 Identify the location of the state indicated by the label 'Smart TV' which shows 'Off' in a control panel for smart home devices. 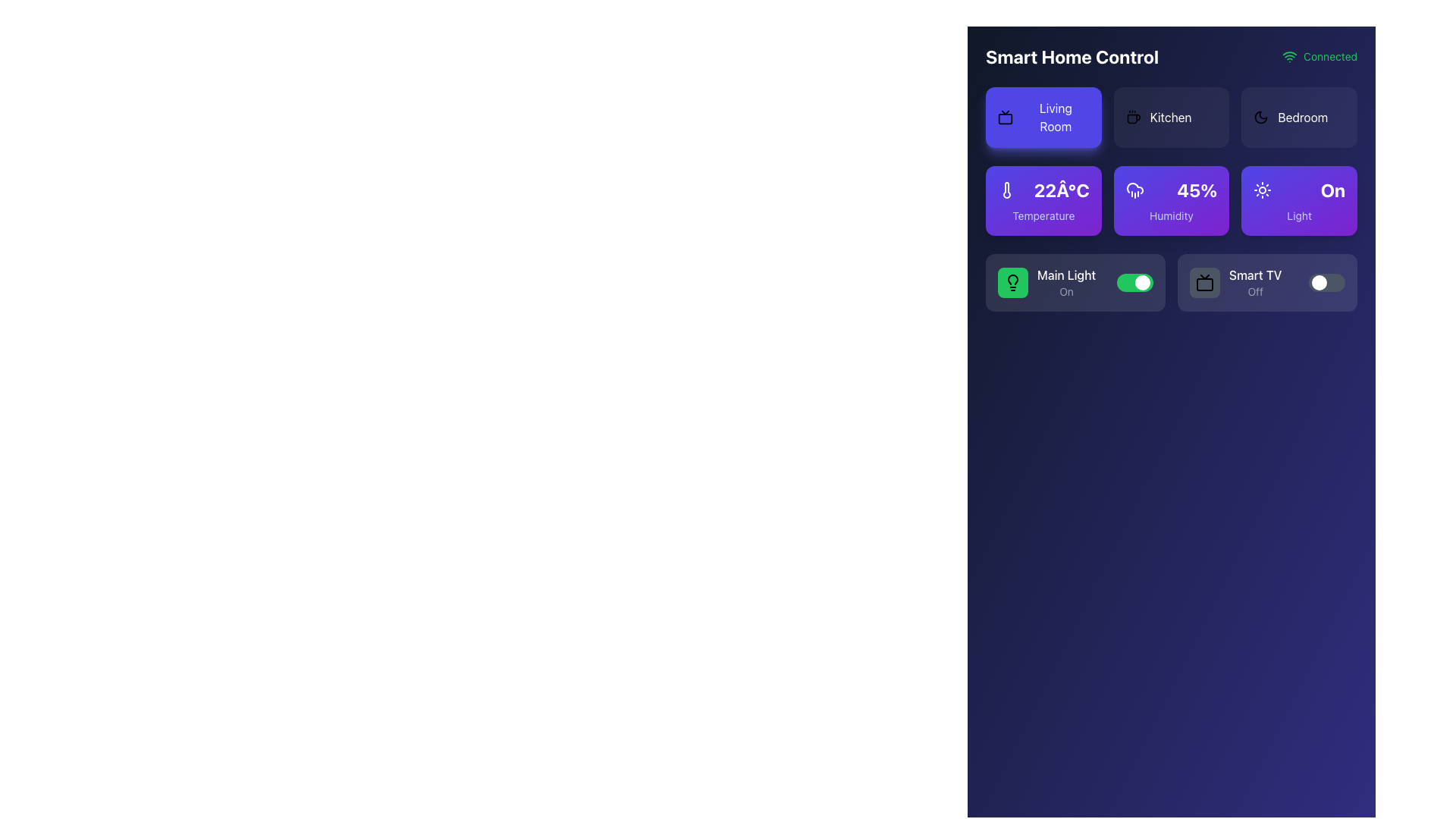
(1255, 283).